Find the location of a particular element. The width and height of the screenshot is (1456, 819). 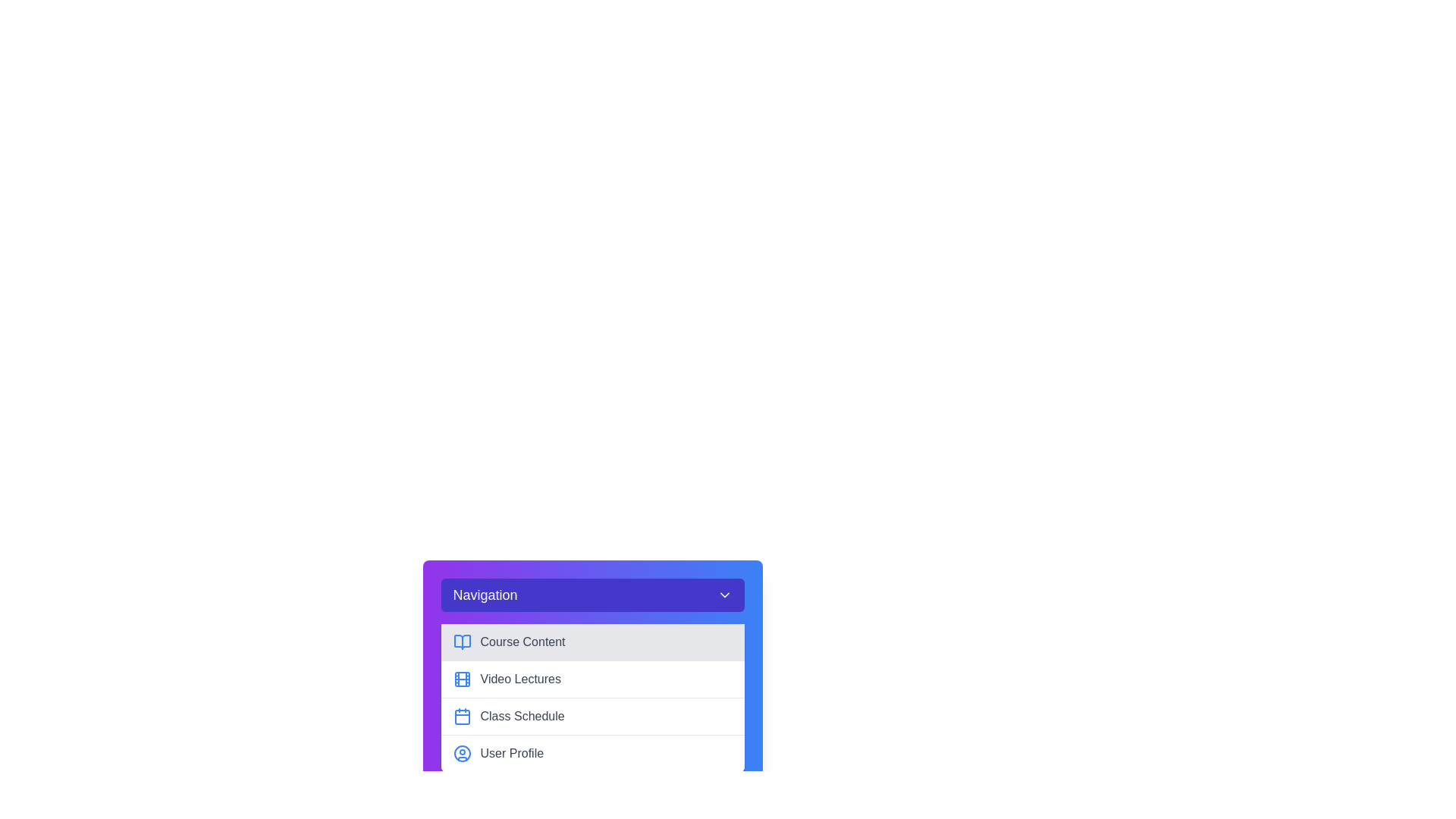

the circular user profile icon, which has a hollow outline and a filled circle inside, located to the left of the 'User Profile' text is located at coordinates (461, 754).